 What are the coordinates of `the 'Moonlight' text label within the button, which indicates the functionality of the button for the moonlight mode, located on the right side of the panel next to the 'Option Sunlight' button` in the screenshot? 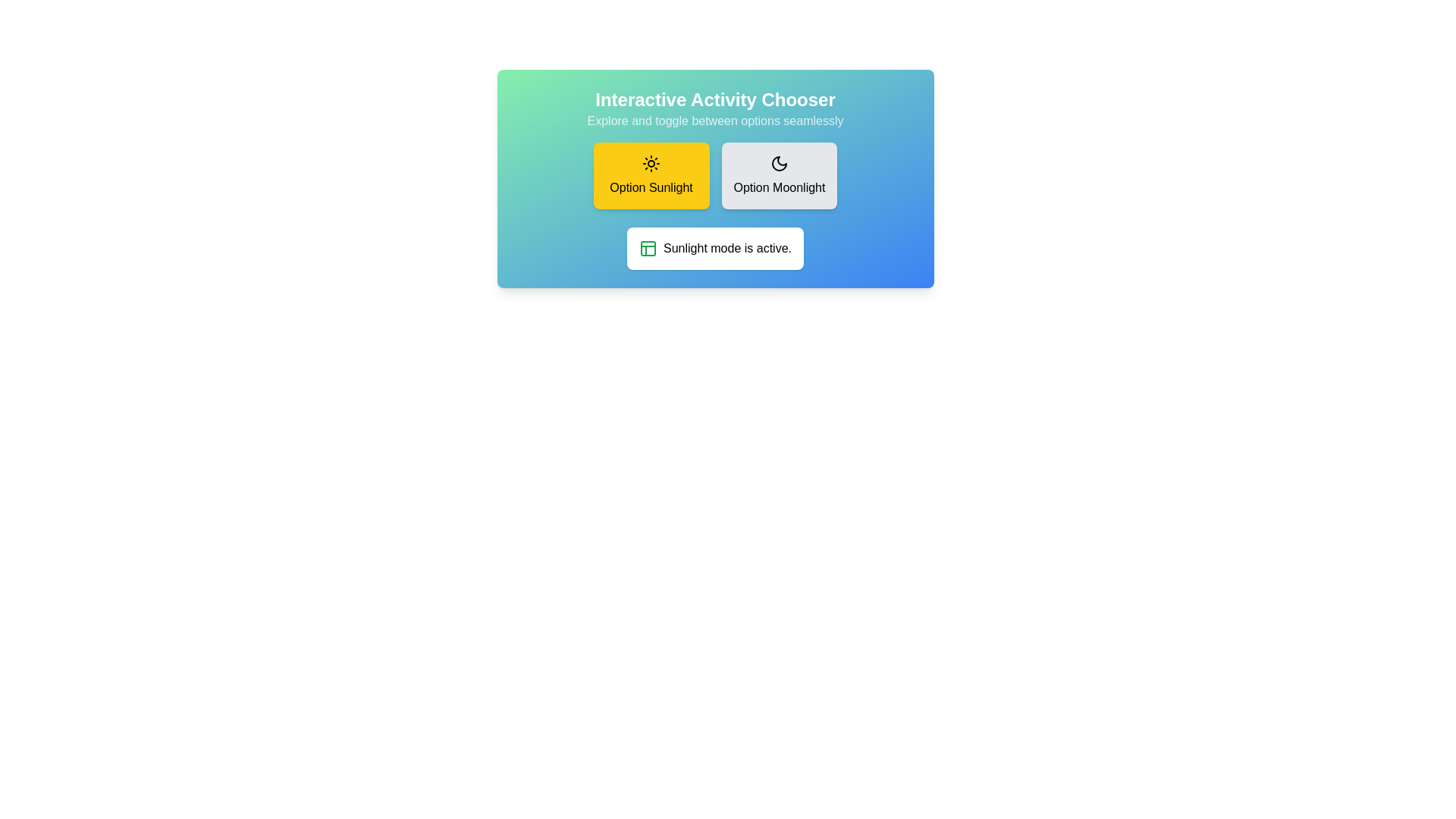 It's located at (779, 187).